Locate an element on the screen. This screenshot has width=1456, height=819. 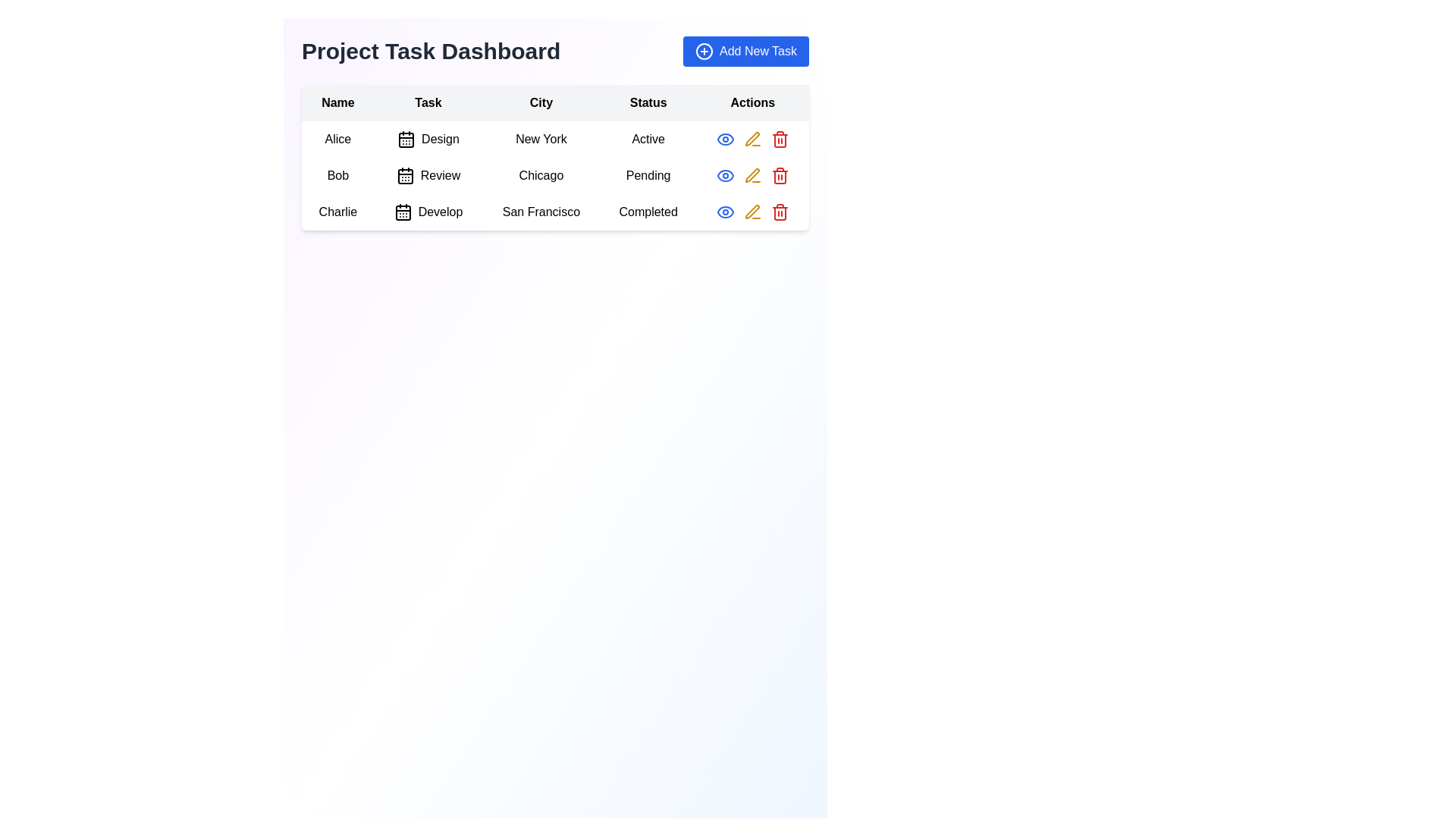
the text label representing the city 'New York' in the row for 'Alice' under the 'City' column is located at coordinates (554, 140).